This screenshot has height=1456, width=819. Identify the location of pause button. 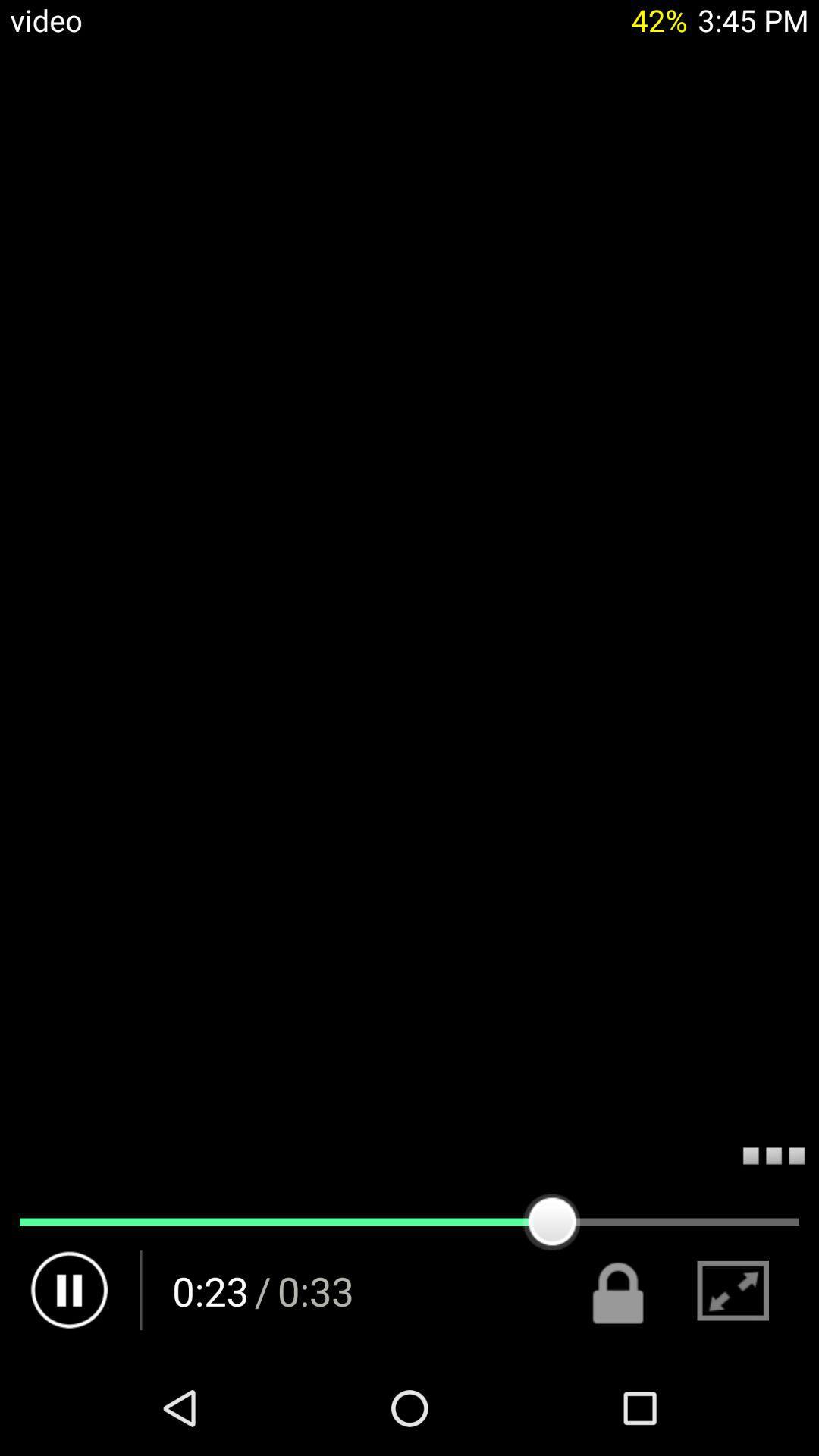
(70, 1289).